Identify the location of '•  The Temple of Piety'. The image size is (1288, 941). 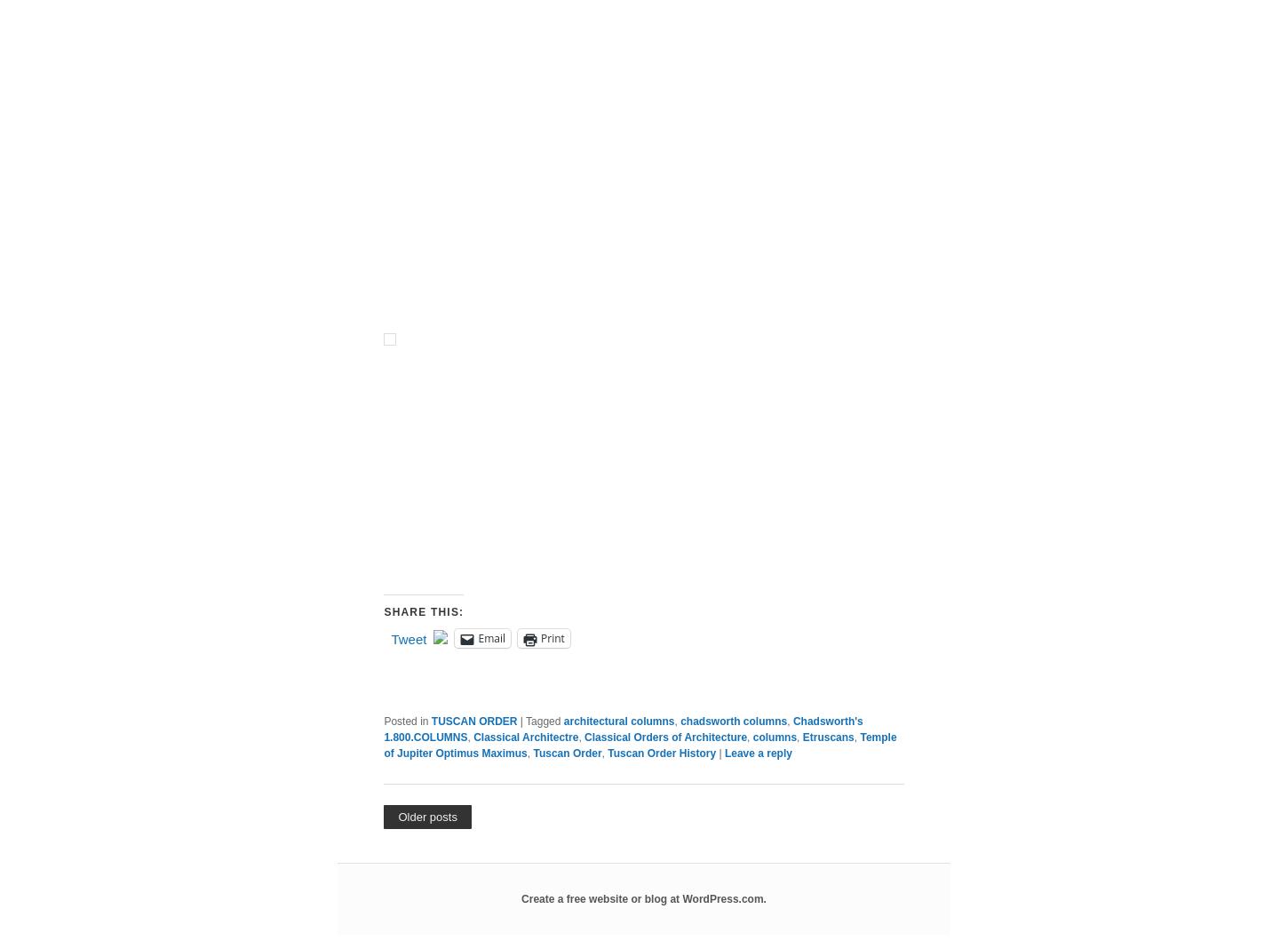
(449, 587).